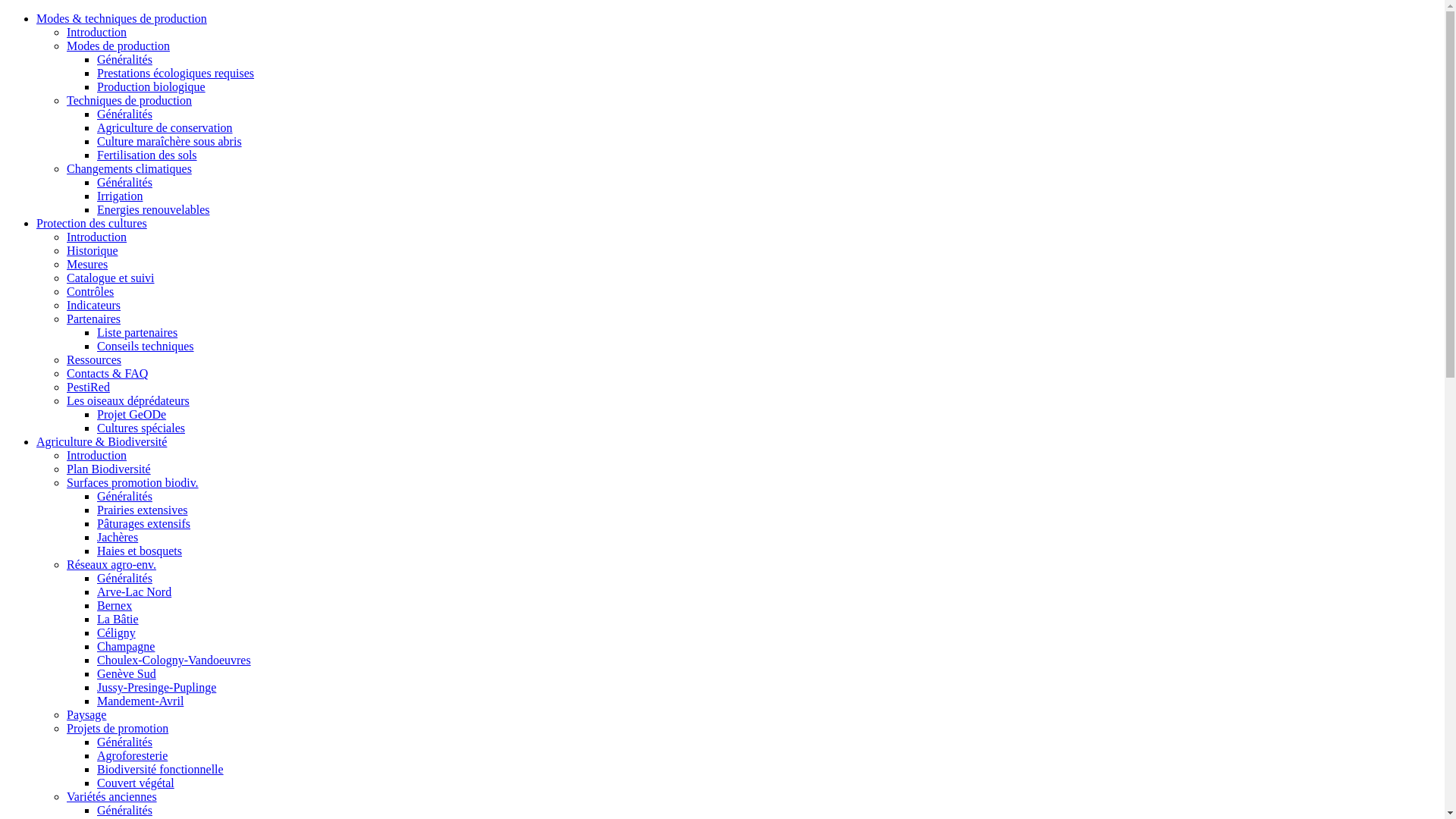 This screenshot has height=819, width=1456. I want to click on 'Agroforesterie', so click(132, 755).